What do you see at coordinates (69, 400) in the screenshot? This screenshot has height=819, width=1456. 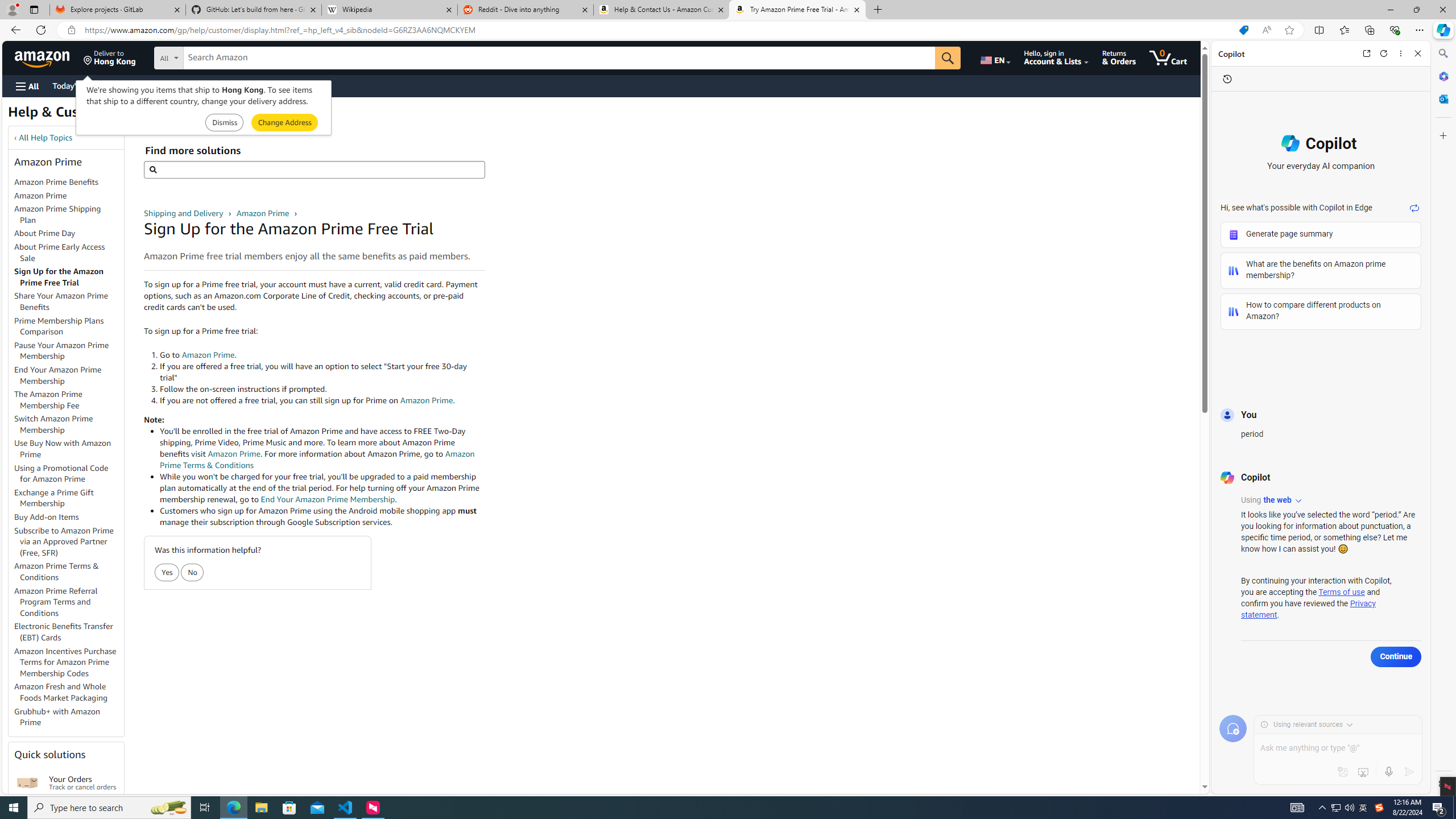 I see `'The Amazon Prime Membership Fee'` at bounding box center [69, 400].